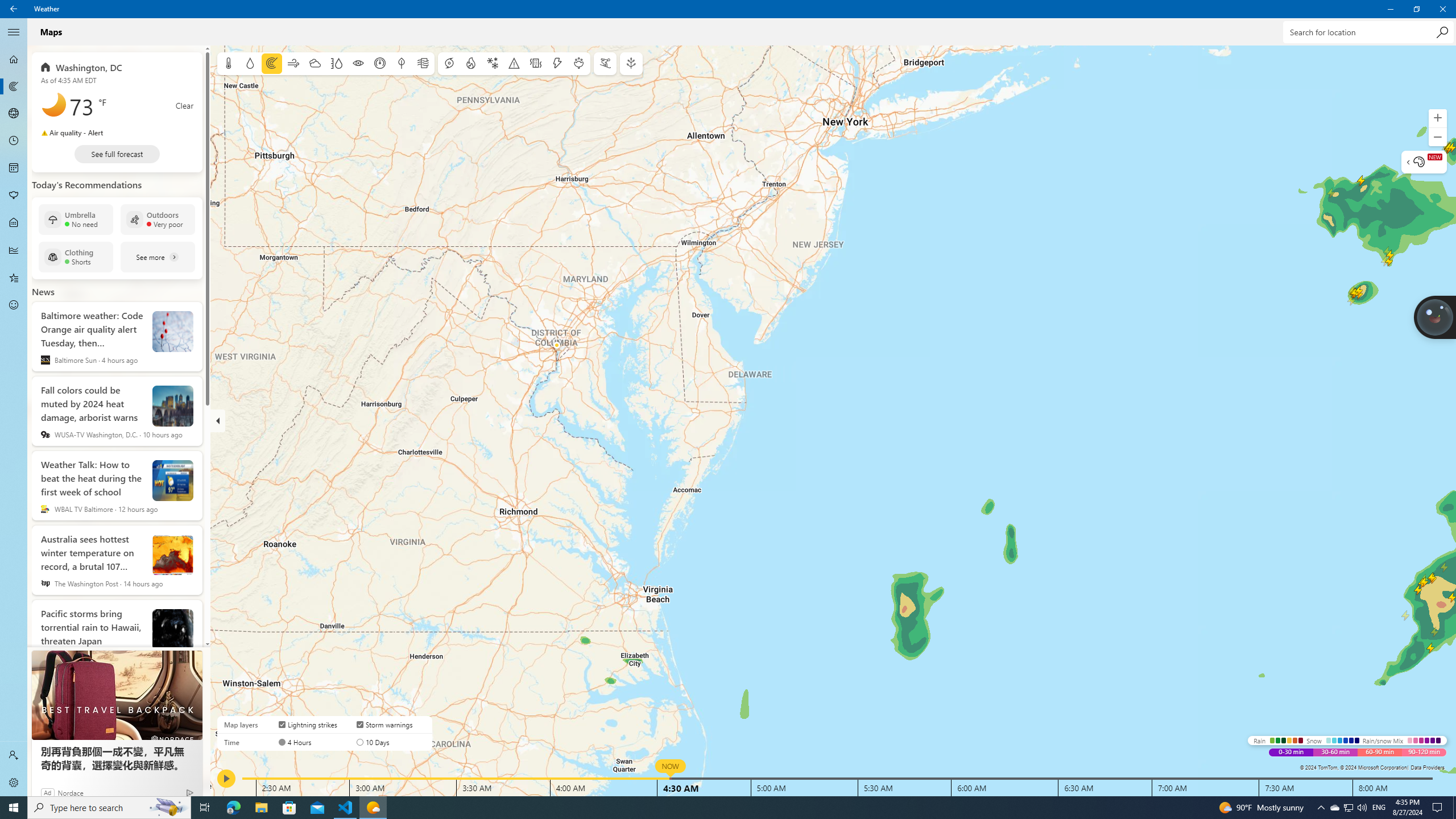  I want to click on 'Historical Weather - Not Selected', so click(14, 249).